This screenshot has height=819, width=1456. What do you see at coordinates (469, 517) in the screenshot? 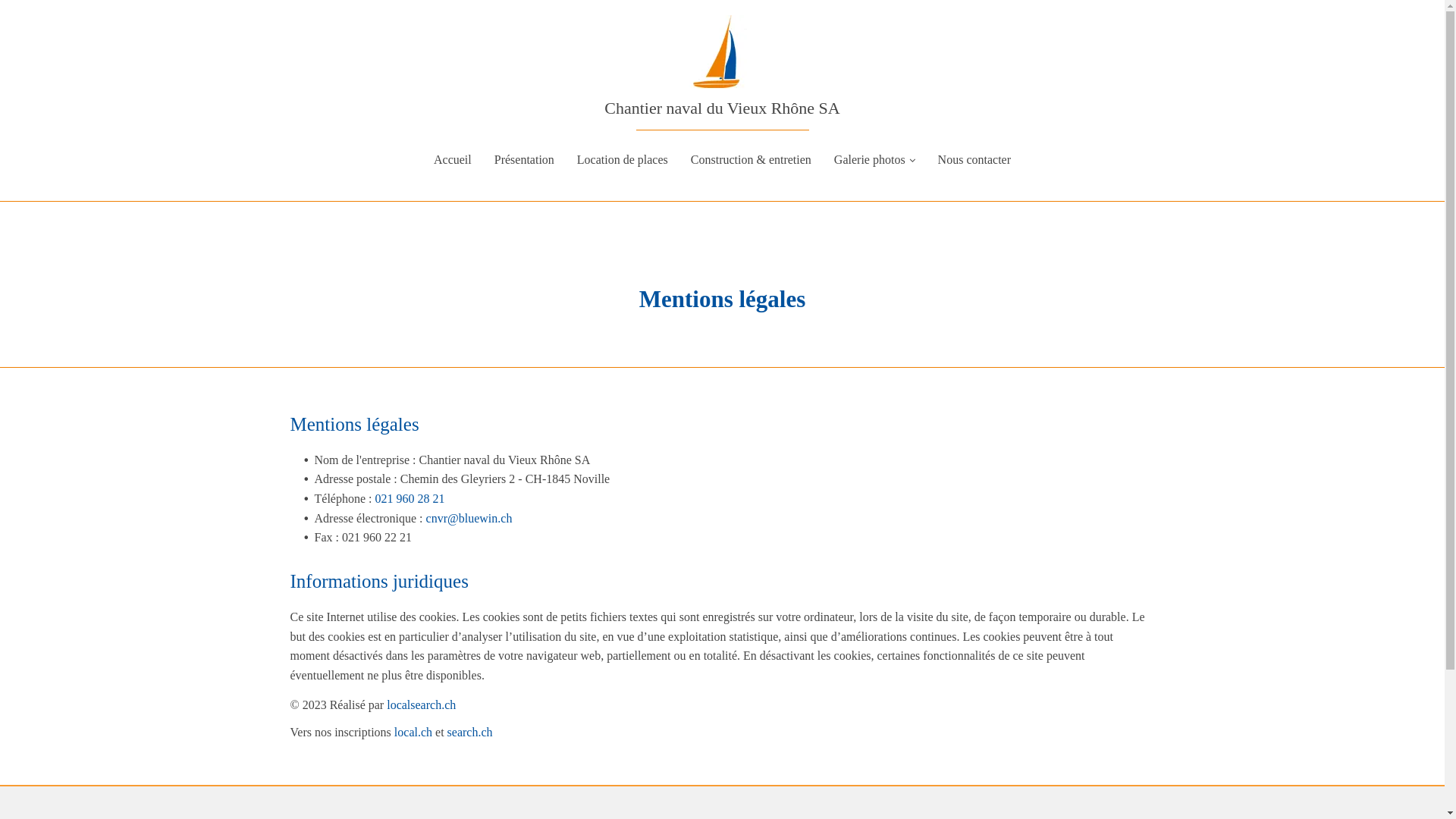
I see `'cnvr@bluewin.ch'` at bounding box center [469, 517].